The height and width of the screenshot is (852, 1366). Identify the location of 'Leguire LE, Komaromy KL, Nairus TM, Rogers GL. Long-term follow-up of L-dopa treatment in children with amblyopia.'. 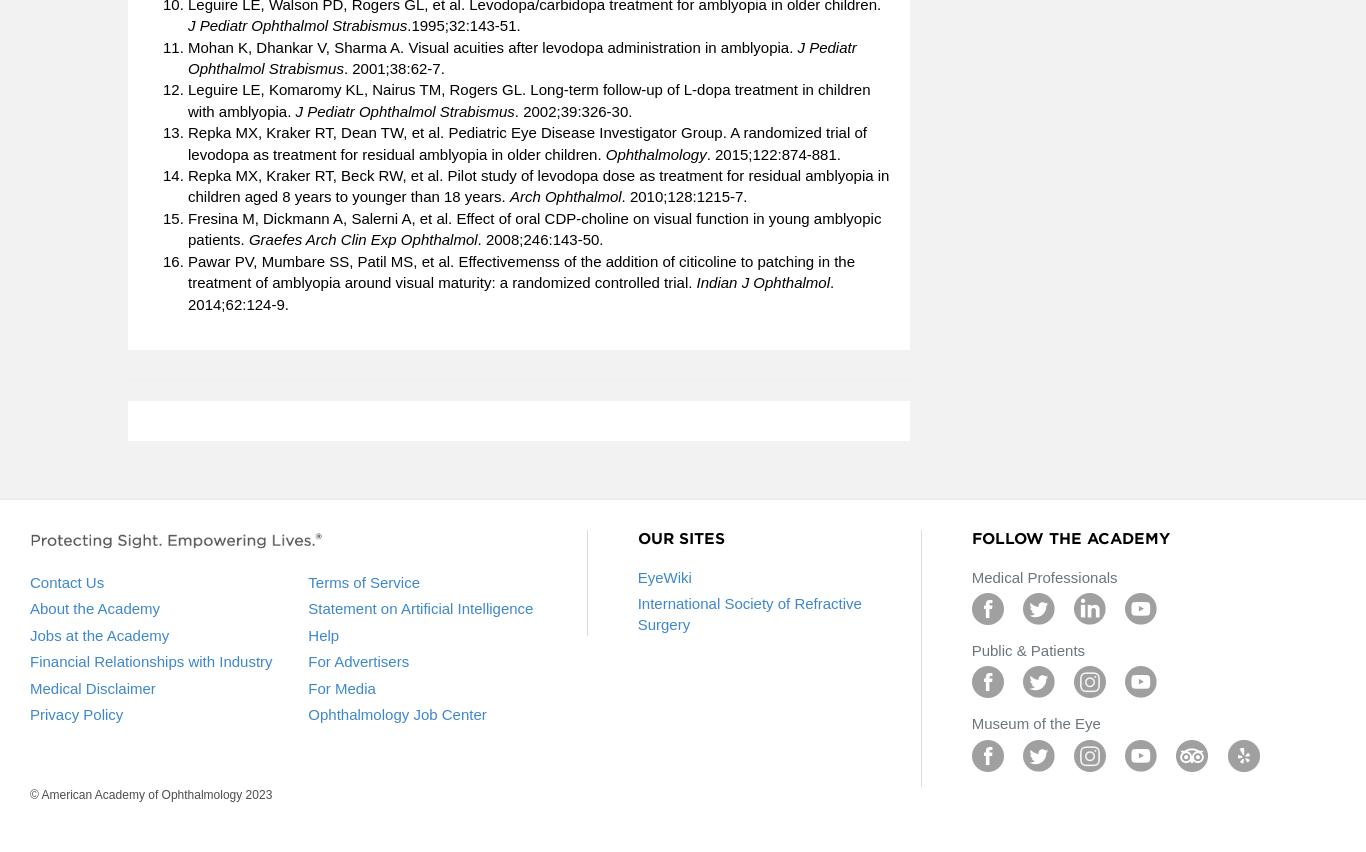
(529, 99).